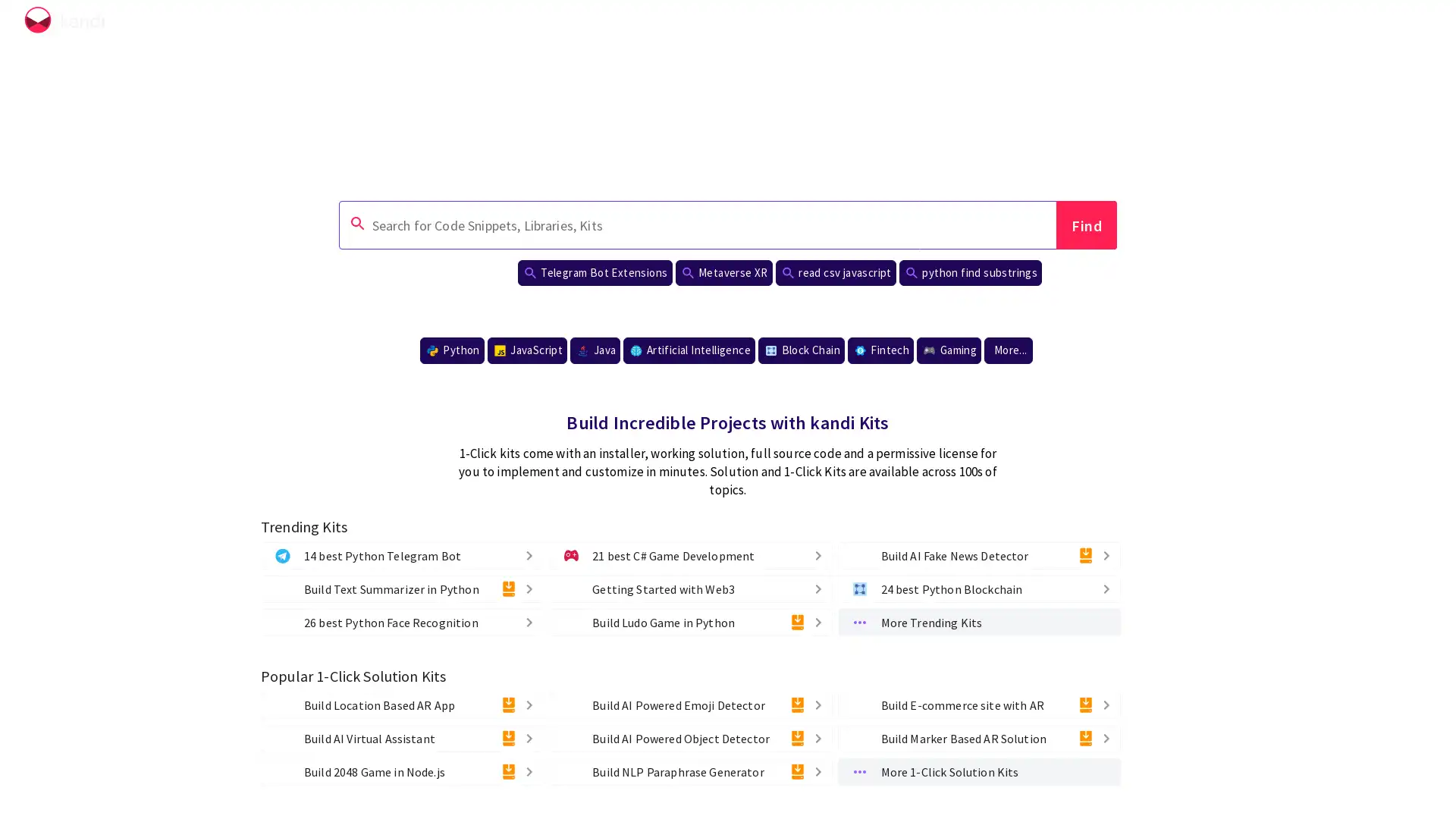  I want to click on delete, so click(817, 555).